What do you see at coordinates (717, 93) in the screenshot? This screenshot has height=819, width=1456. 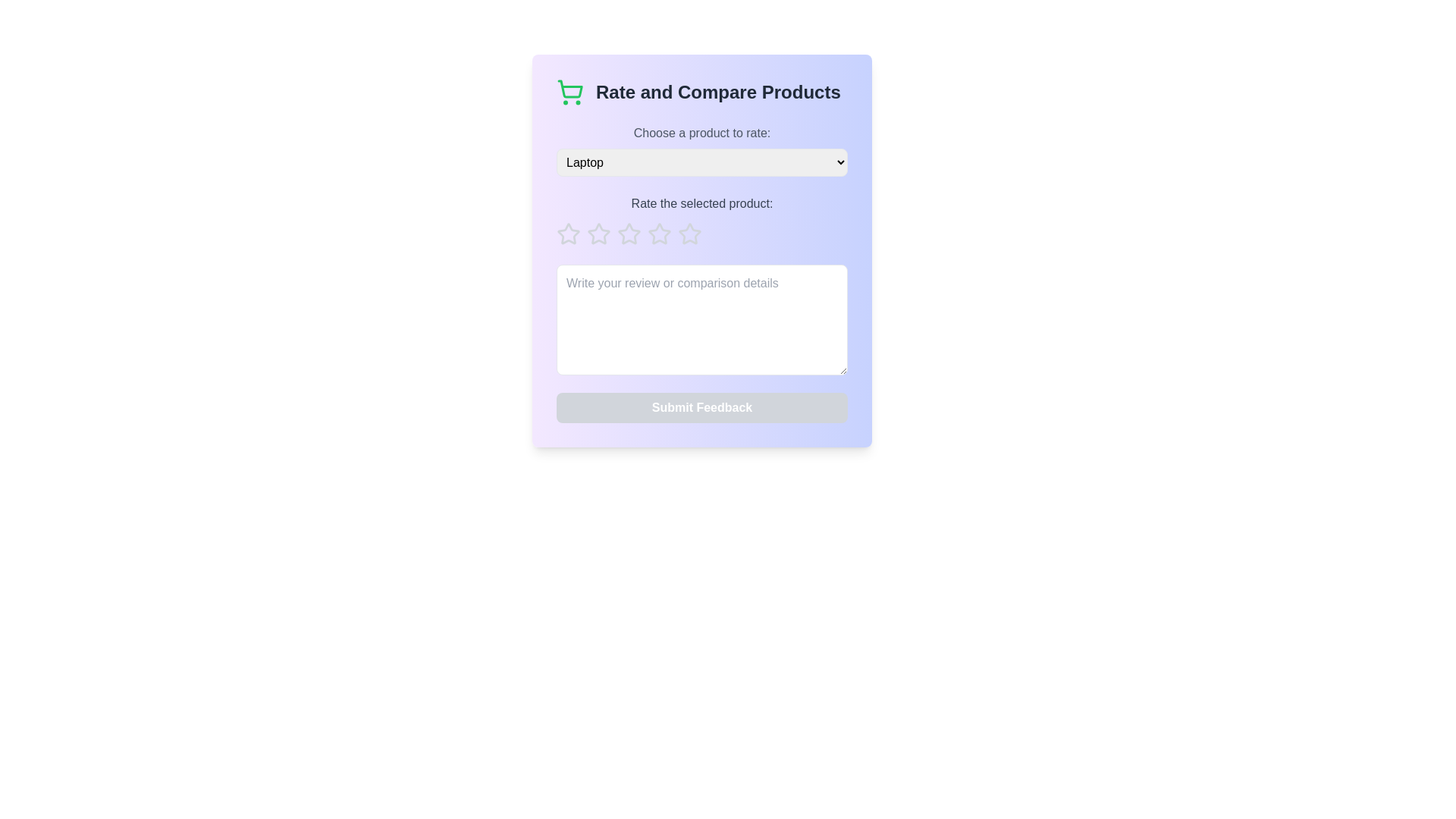 I see `the header text element that indicates the section involves rating and comparing products` at bounding box center [717, 93].